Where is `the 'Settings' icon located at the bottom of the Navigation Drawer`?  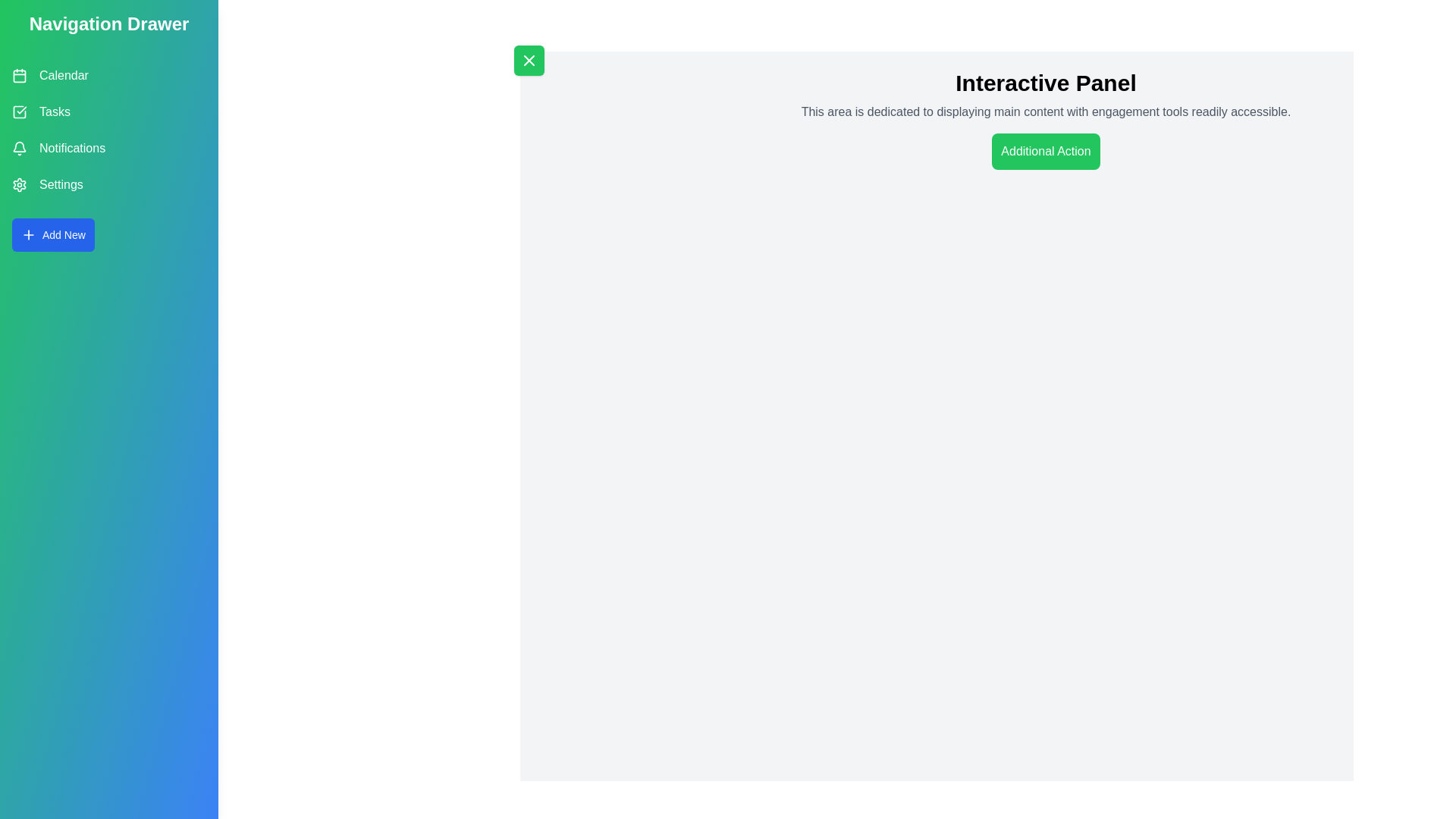 the 'Settings' icon located at the bottom of the Navigation Drawer is located at coordinates (19, 184).